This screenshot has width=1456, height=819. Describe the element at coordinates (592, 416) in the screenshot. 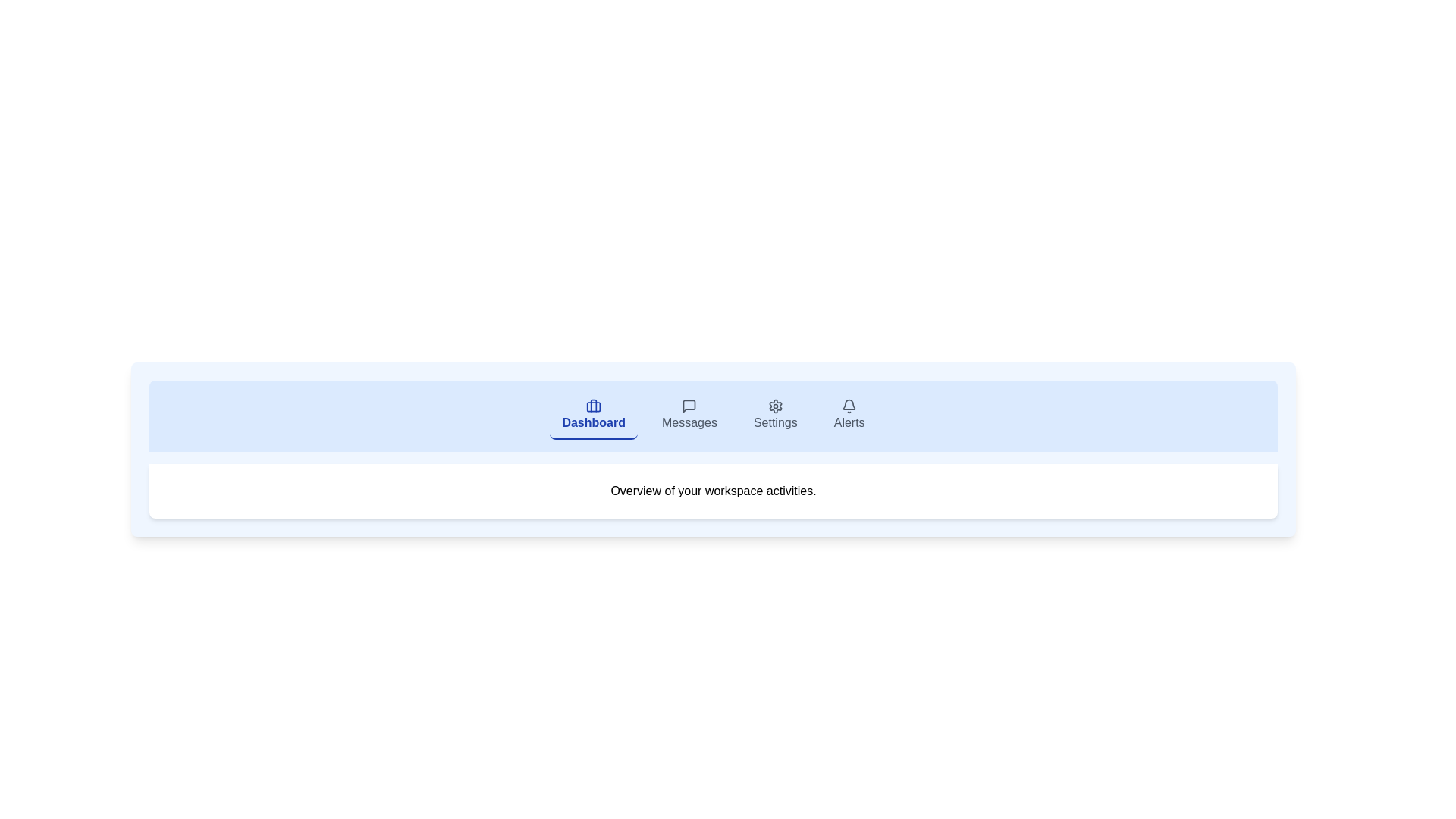

I see `the Dashboard tab to switch to its view` at that location.